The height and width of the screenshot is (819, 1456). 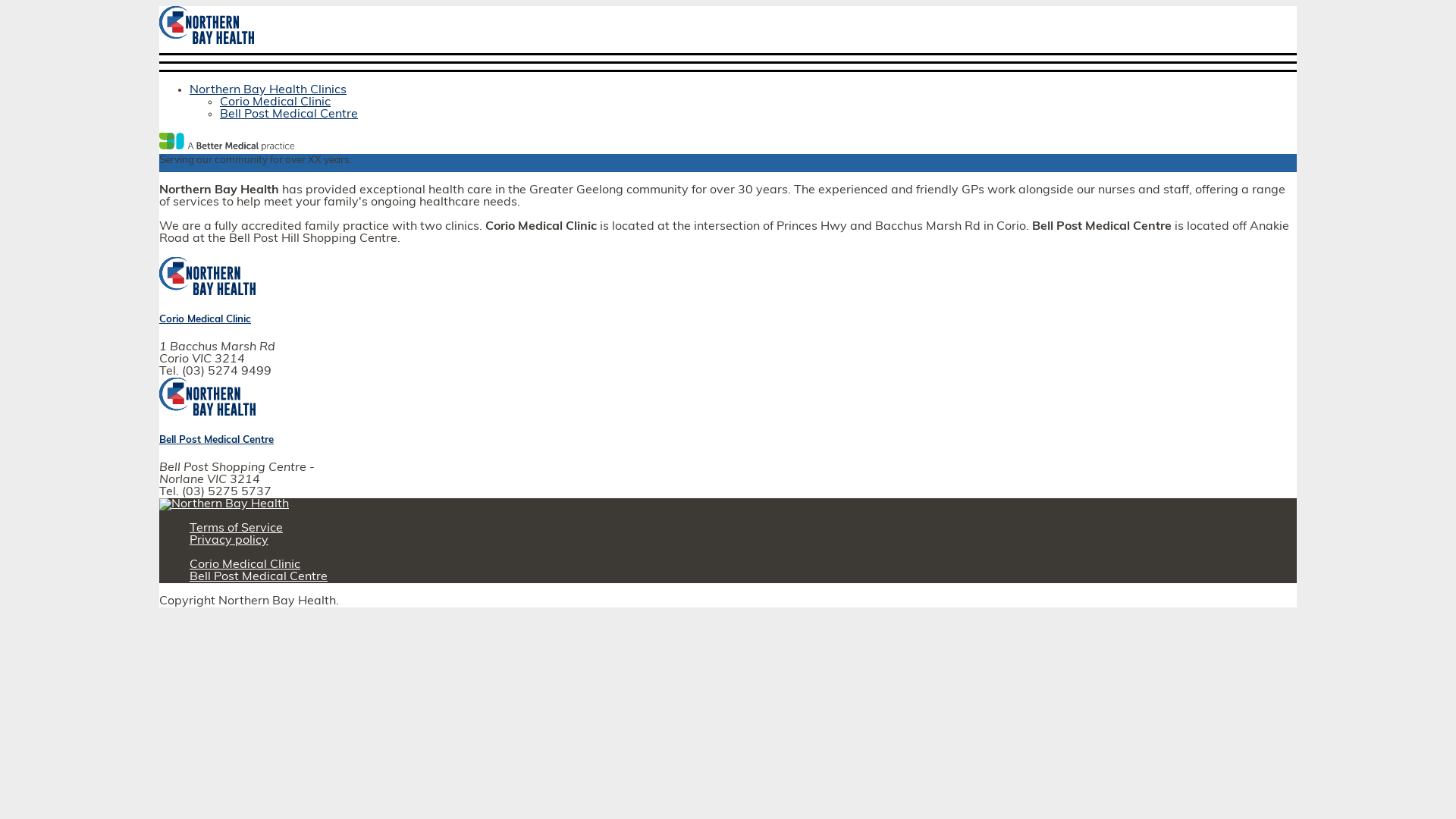 What do you see at coordinates (268, 90) in the screenshot?
I see `'Northern Bay Health Clinics'` at bounding box center [268, 90].